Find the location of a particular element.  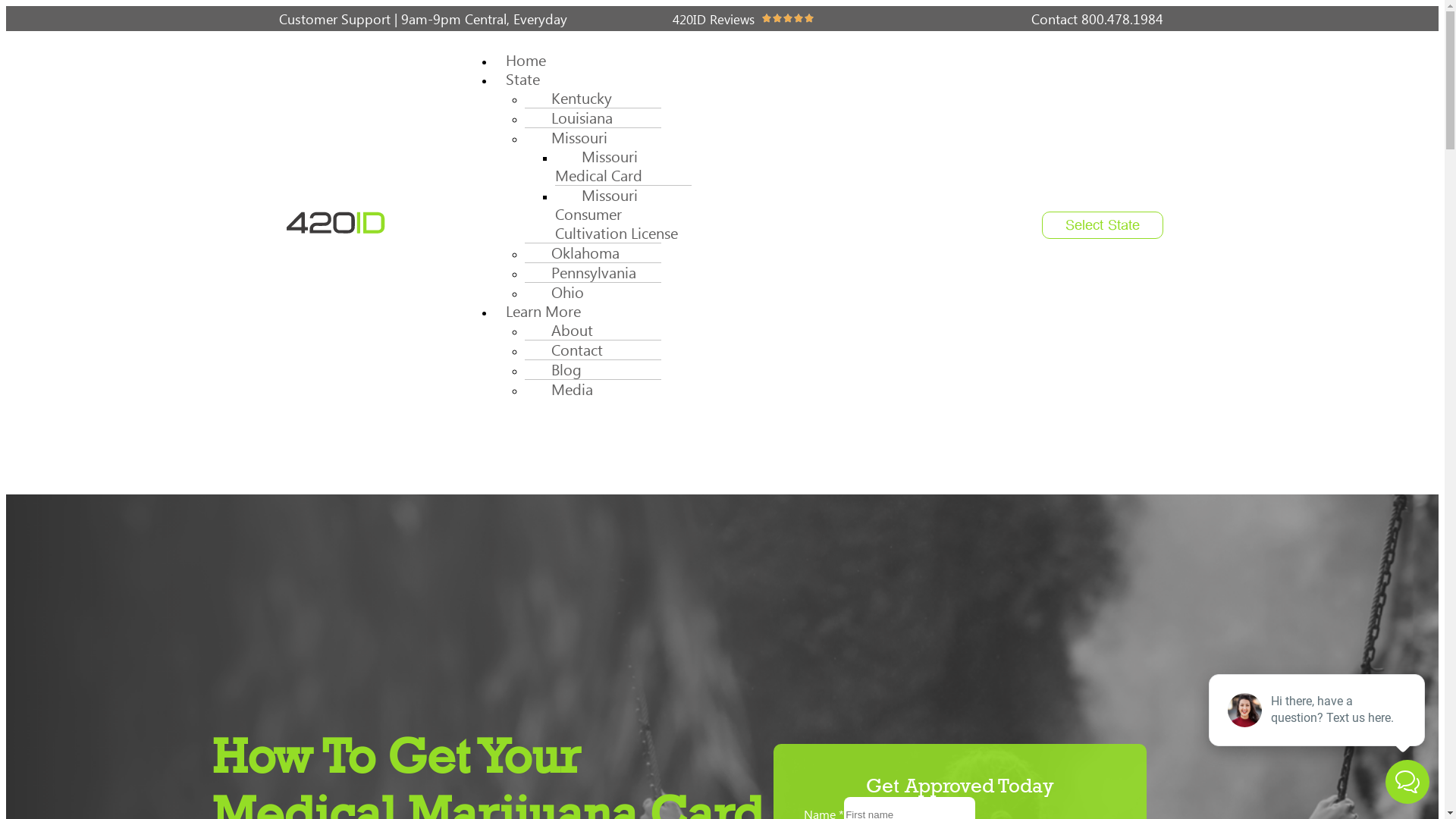

'Missouri Consumer Cultivation License' is located at coordinates (622, 214).